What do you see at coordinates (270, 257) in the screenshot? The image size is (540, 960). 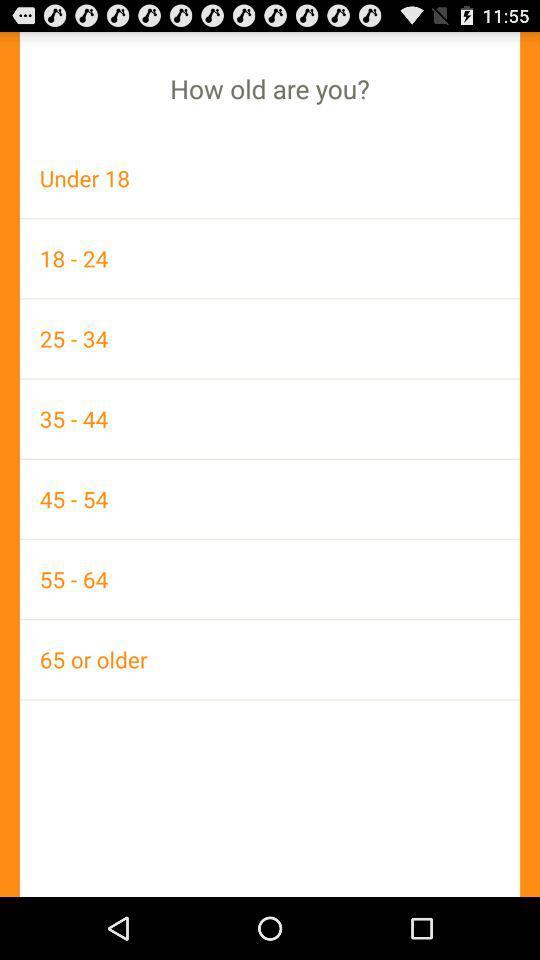 I see `the 18 - 24 app` at bounding box center [270, 257].